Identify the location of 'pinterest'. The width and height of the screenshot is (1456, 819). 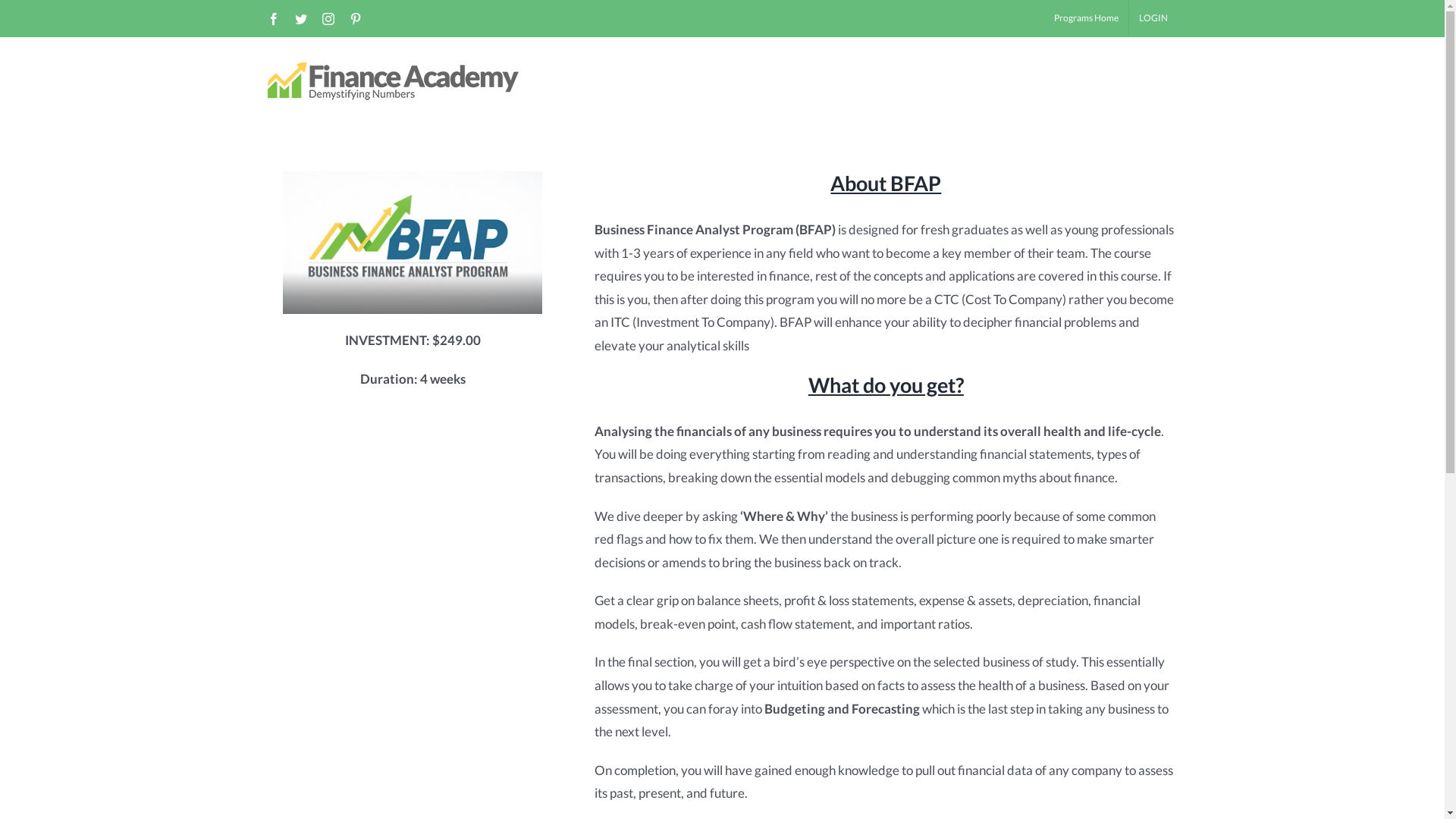
(348, 17).